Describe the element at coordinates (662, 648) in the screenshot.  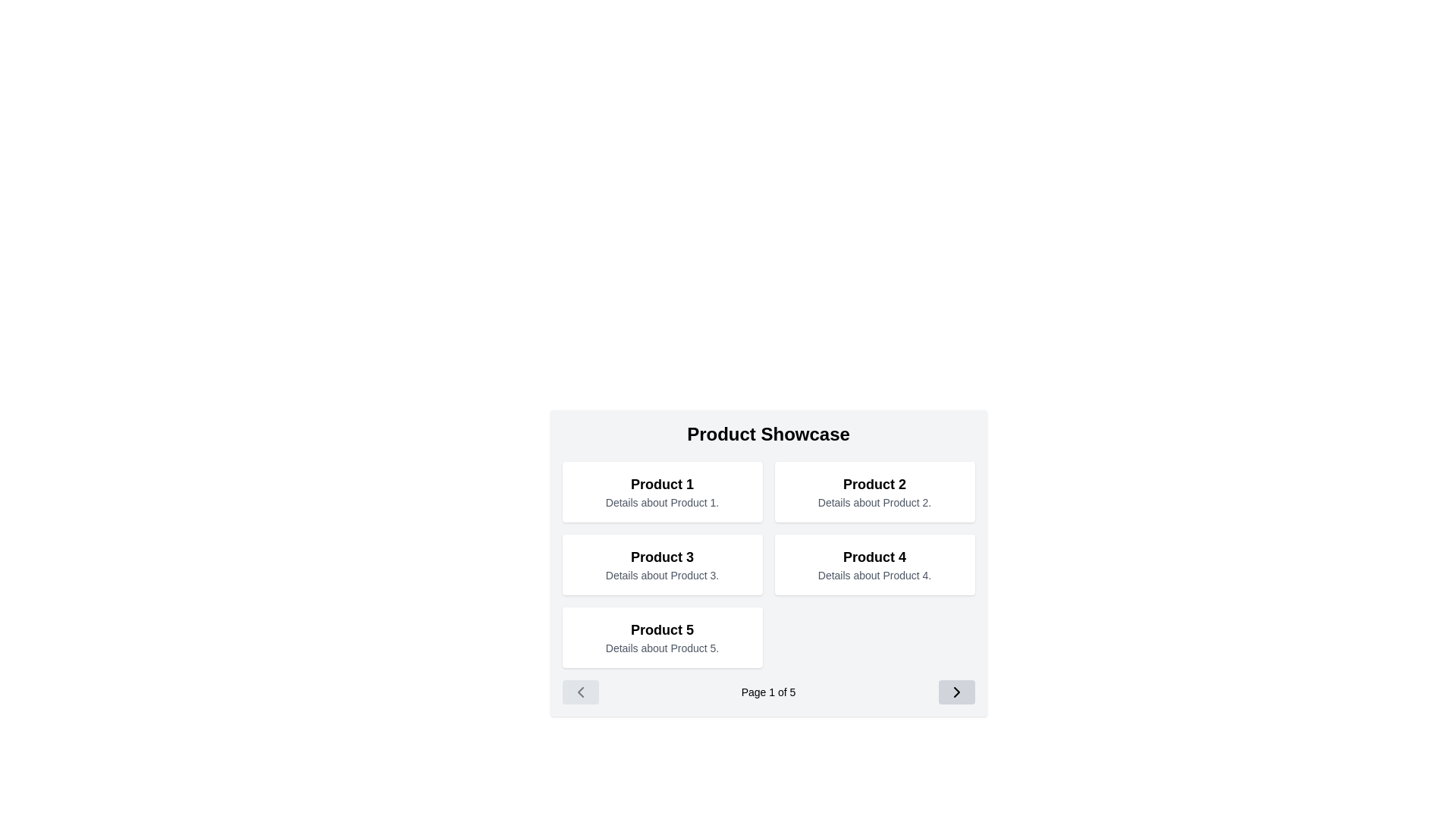
I see `the descriptive text providing details about 'Product 5', which is positioned below the title 'Product 5' in the bottom left card of a 2x3 grid` at that location.